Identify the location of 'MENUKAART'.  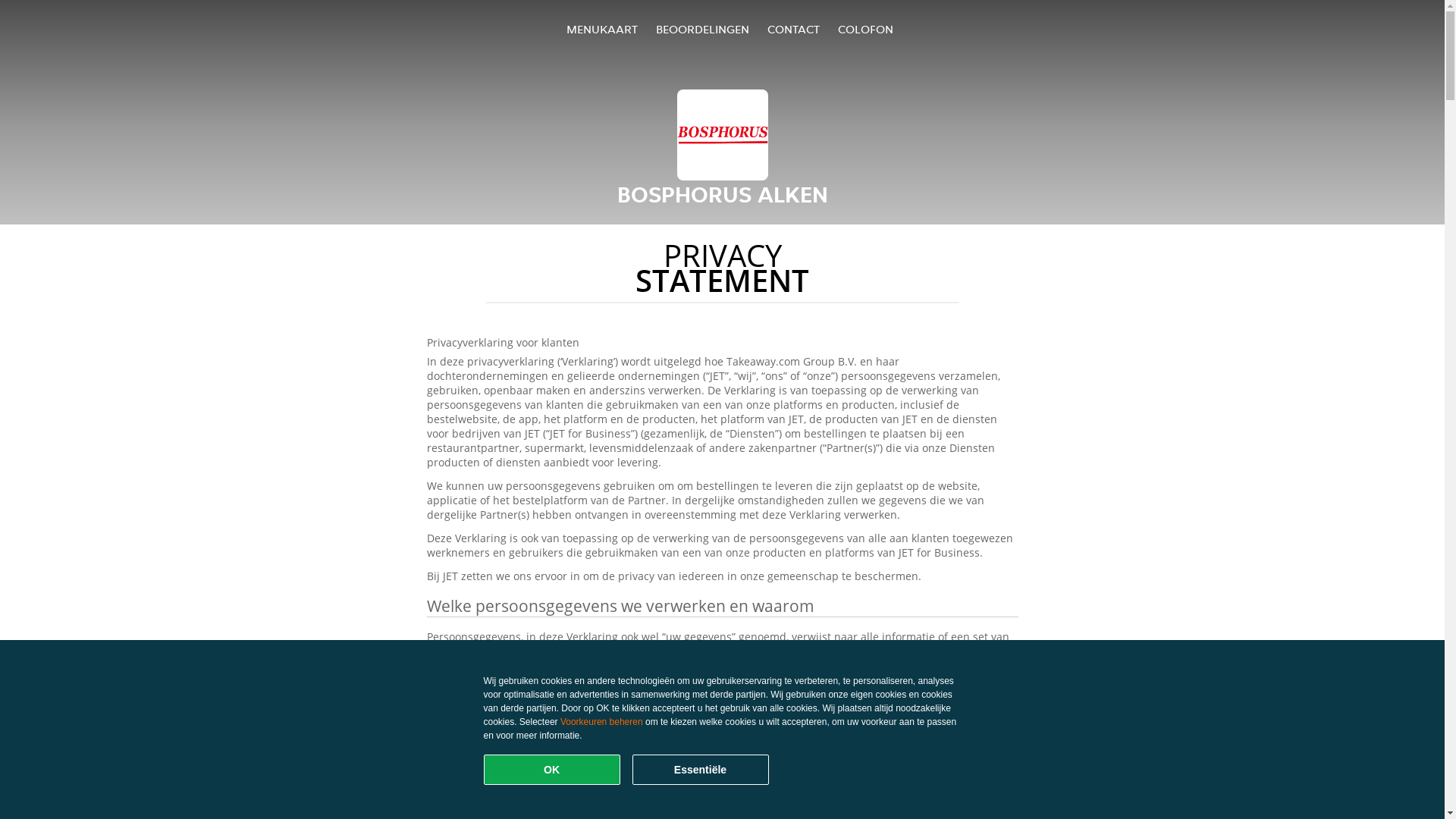
(601, 29).